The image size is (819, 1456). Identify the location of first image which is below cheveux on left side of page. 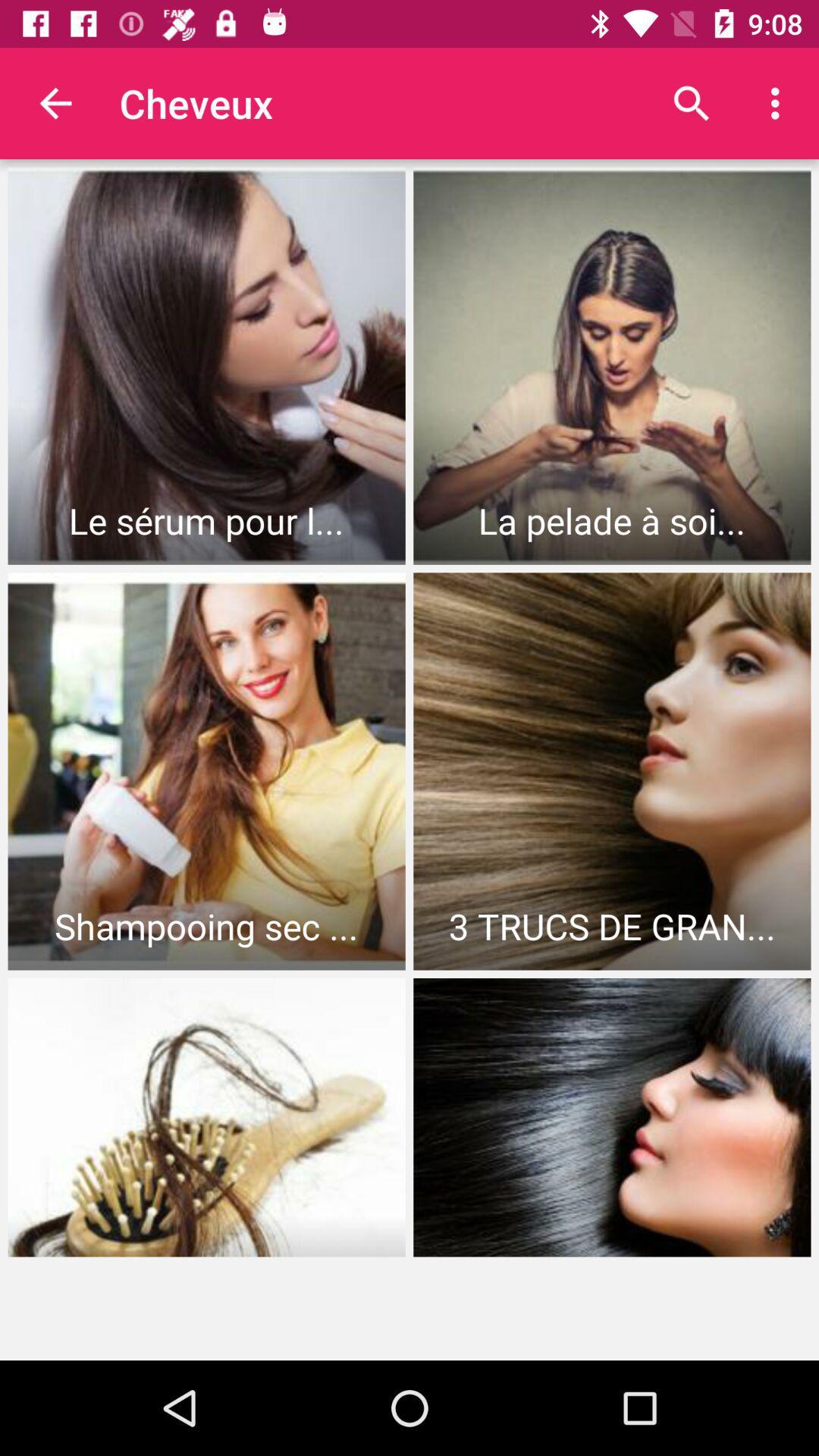
(207, 366).